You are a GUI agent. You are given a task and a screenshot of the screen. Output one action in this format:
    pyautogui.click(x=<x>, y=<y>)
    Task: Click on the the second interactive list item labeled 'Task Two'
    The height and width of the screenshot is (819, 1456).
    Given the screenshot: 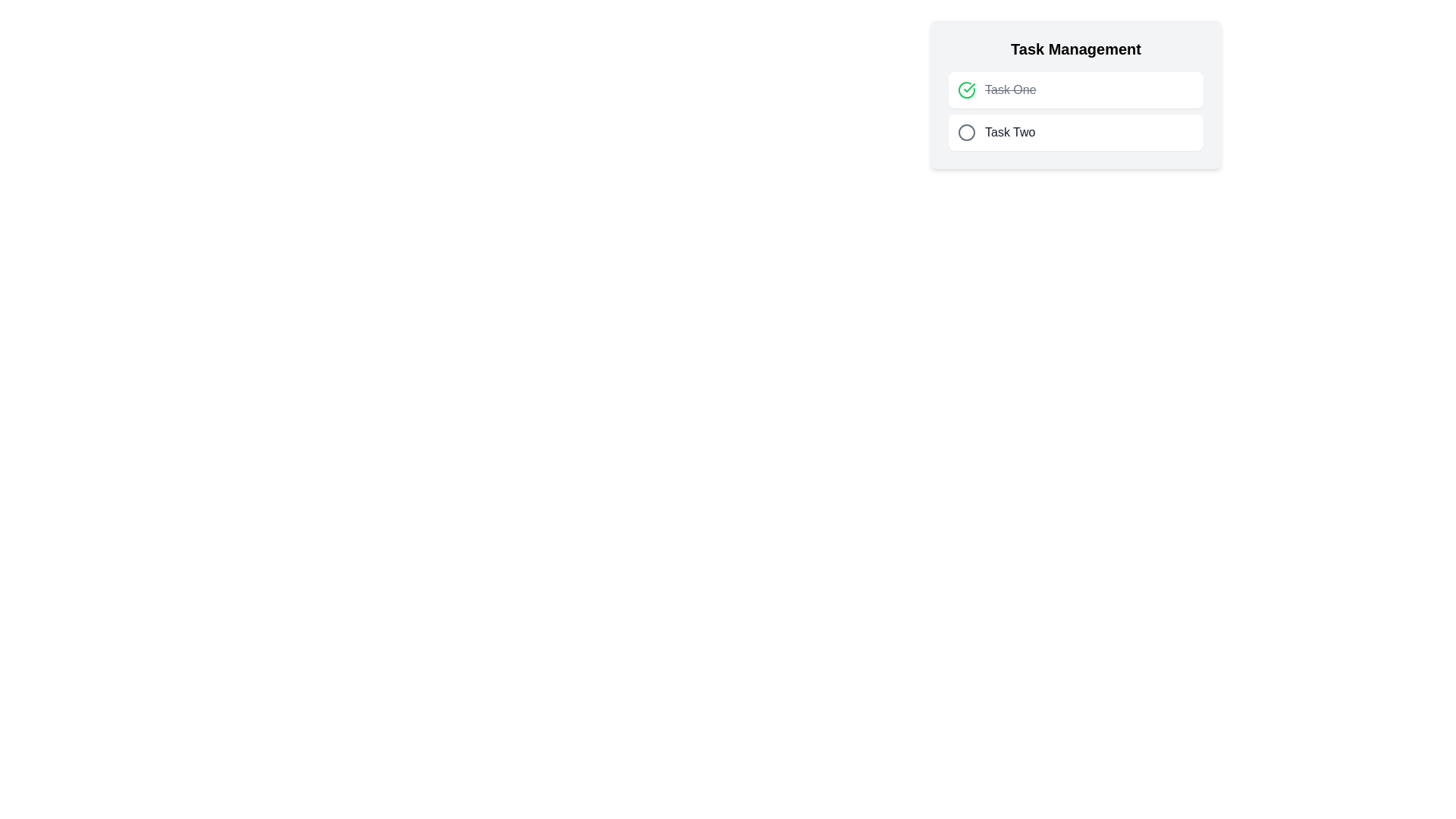 What is the action you would take?
    pyautogui.click(x=1075, y=131)
    